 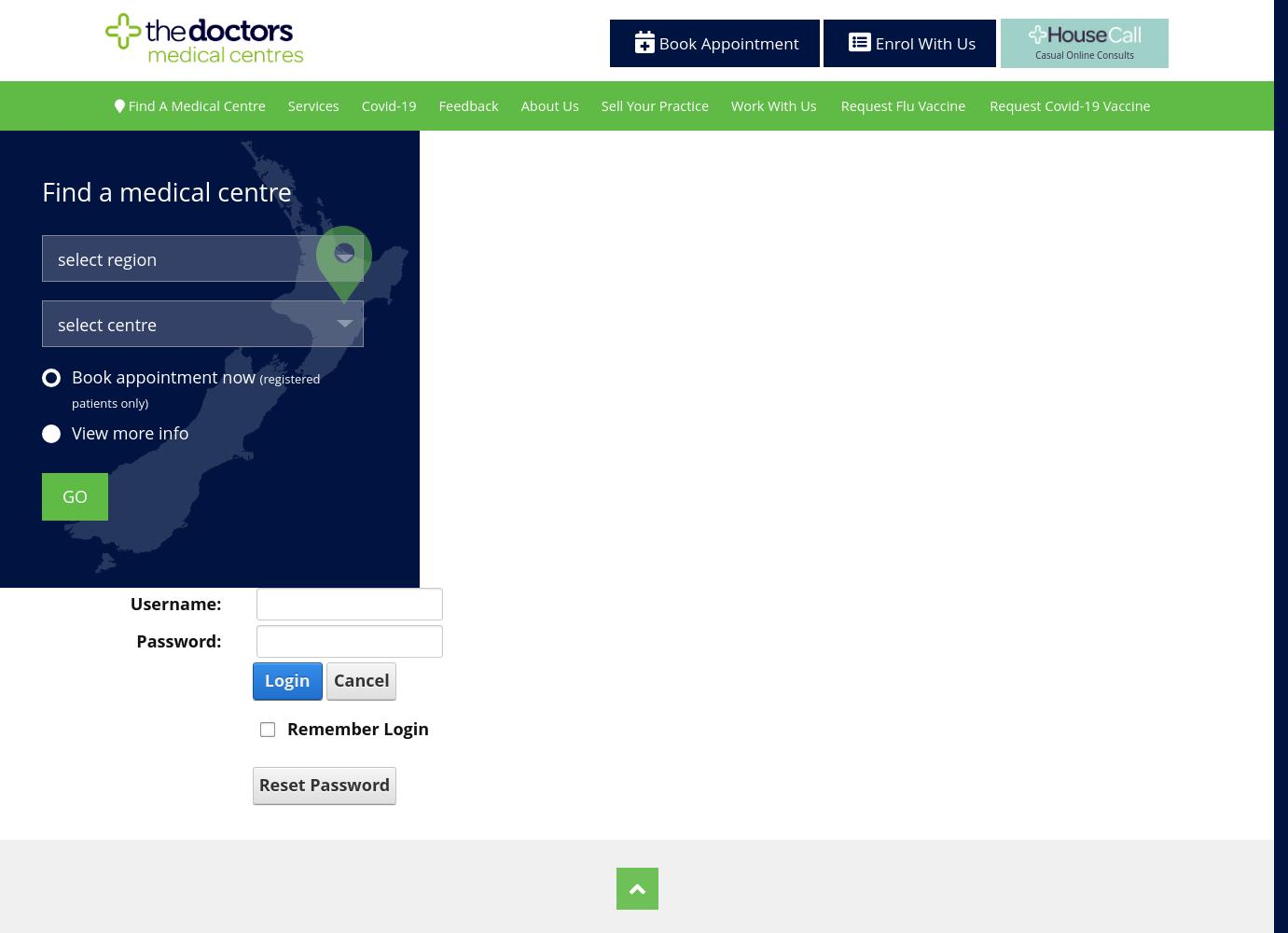 I want to click on 'Enrol With Us', so click(x=922, y=42).